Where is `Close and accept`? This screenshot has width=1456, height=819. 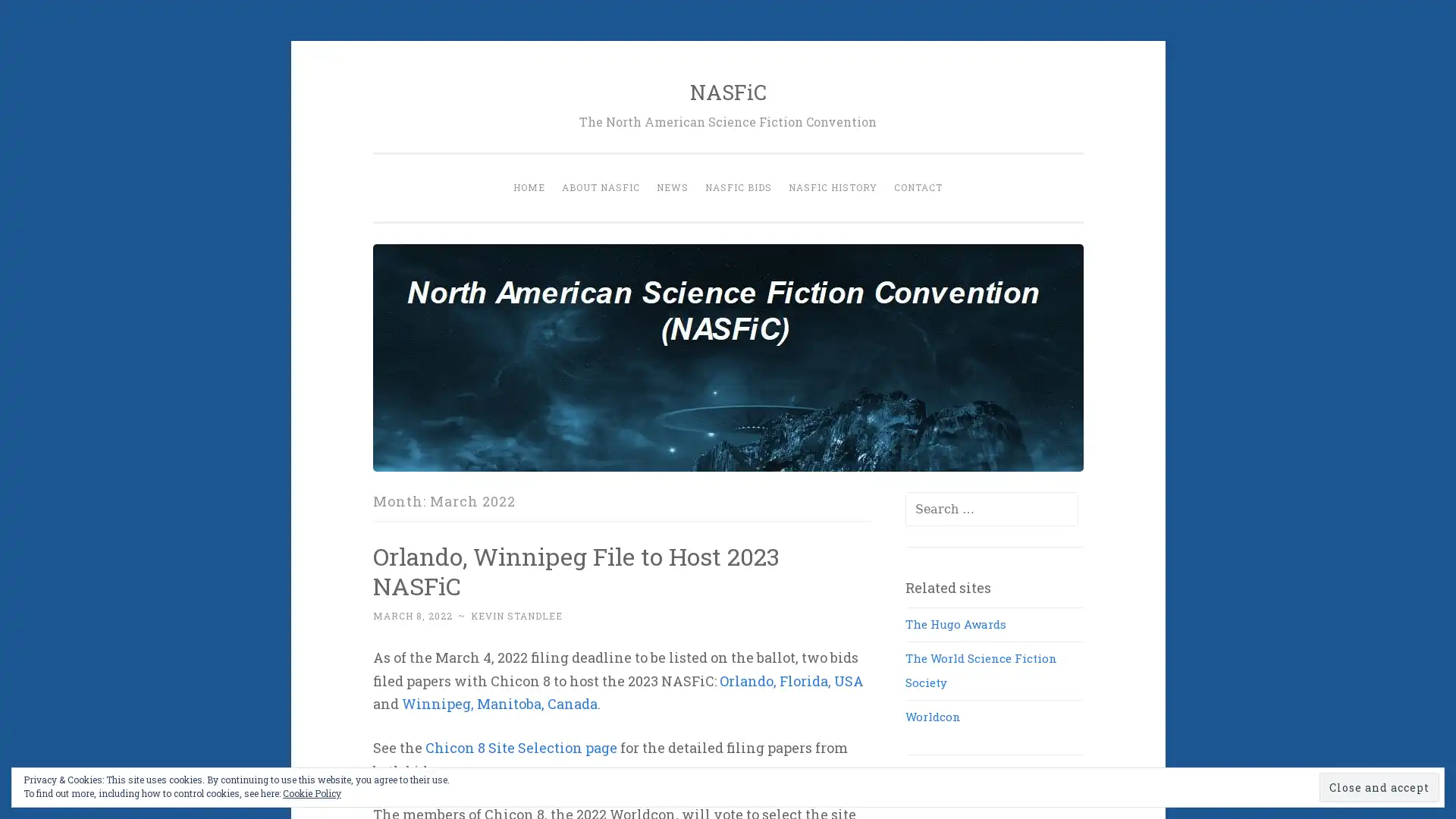
Close and accept is located at coordinates (1379, 786).